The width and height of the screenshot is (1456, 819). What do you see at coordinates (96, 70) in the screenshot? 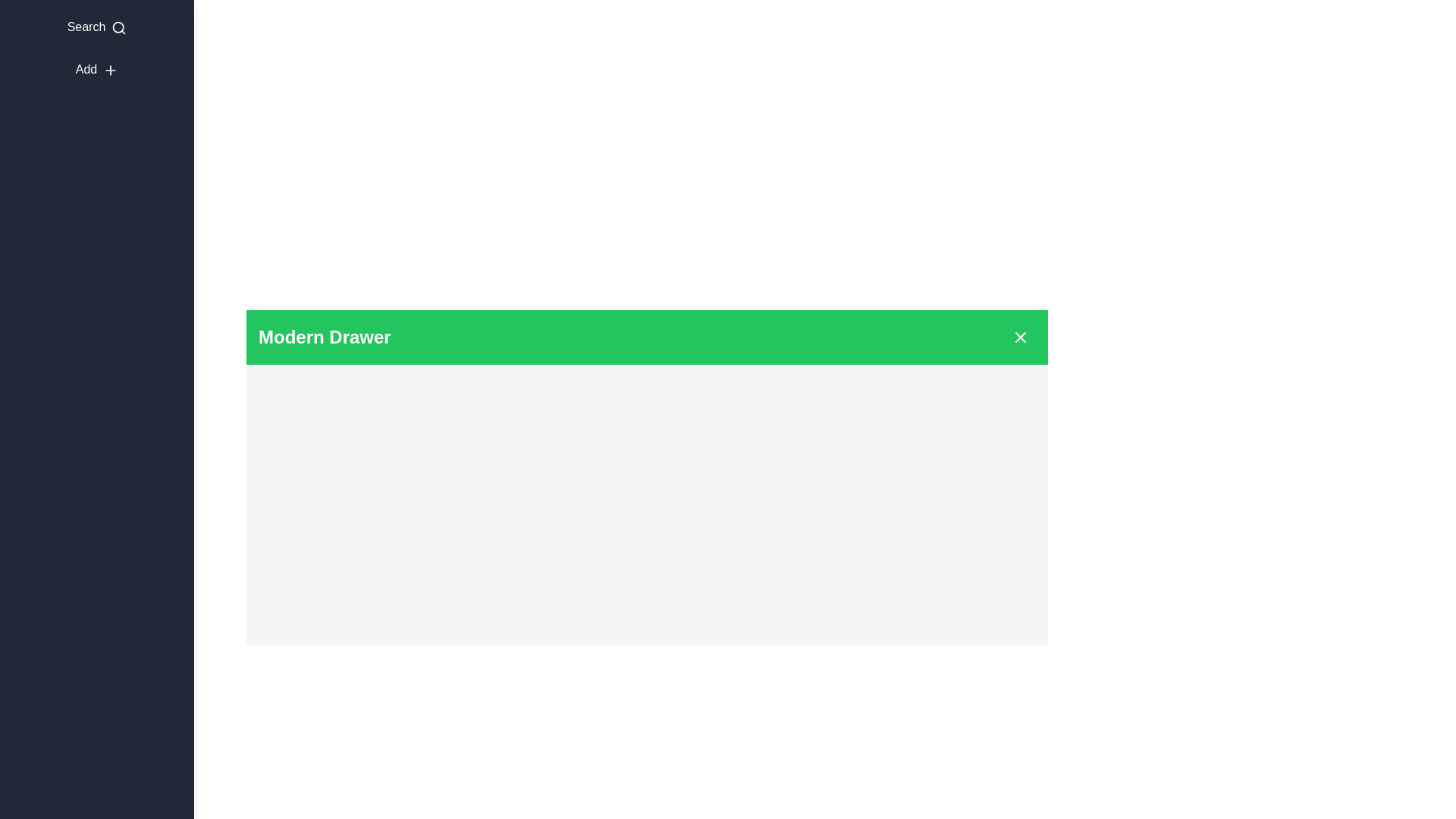
I see `the 'Add' button, which is a horizontal button with a '+' icon, positioned below the 'Search' button in the top-left section of the interface` at bounding box center [96, 70].